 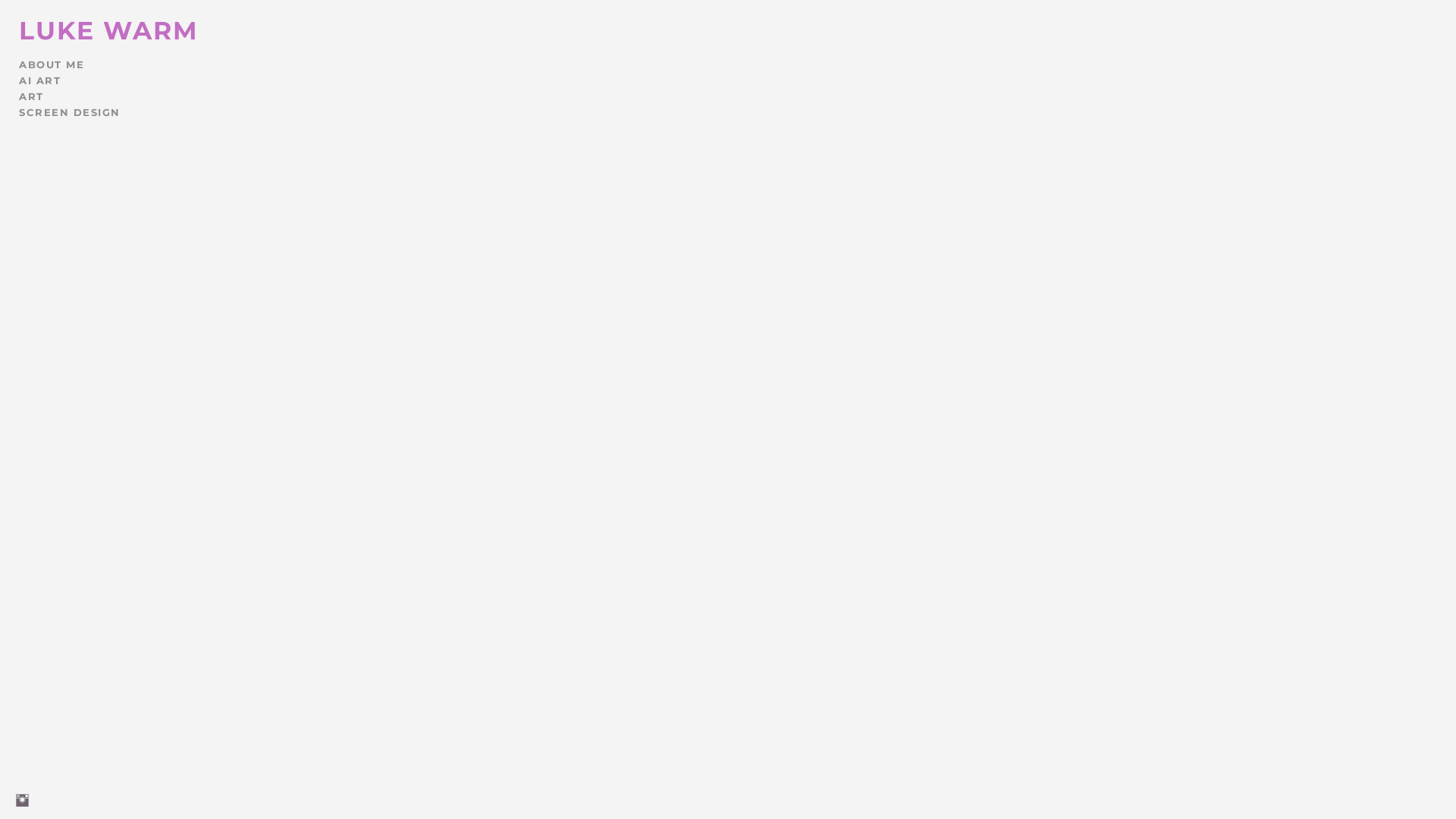 I want to click on 'ABOUT ME', so click(x=18, y=63).